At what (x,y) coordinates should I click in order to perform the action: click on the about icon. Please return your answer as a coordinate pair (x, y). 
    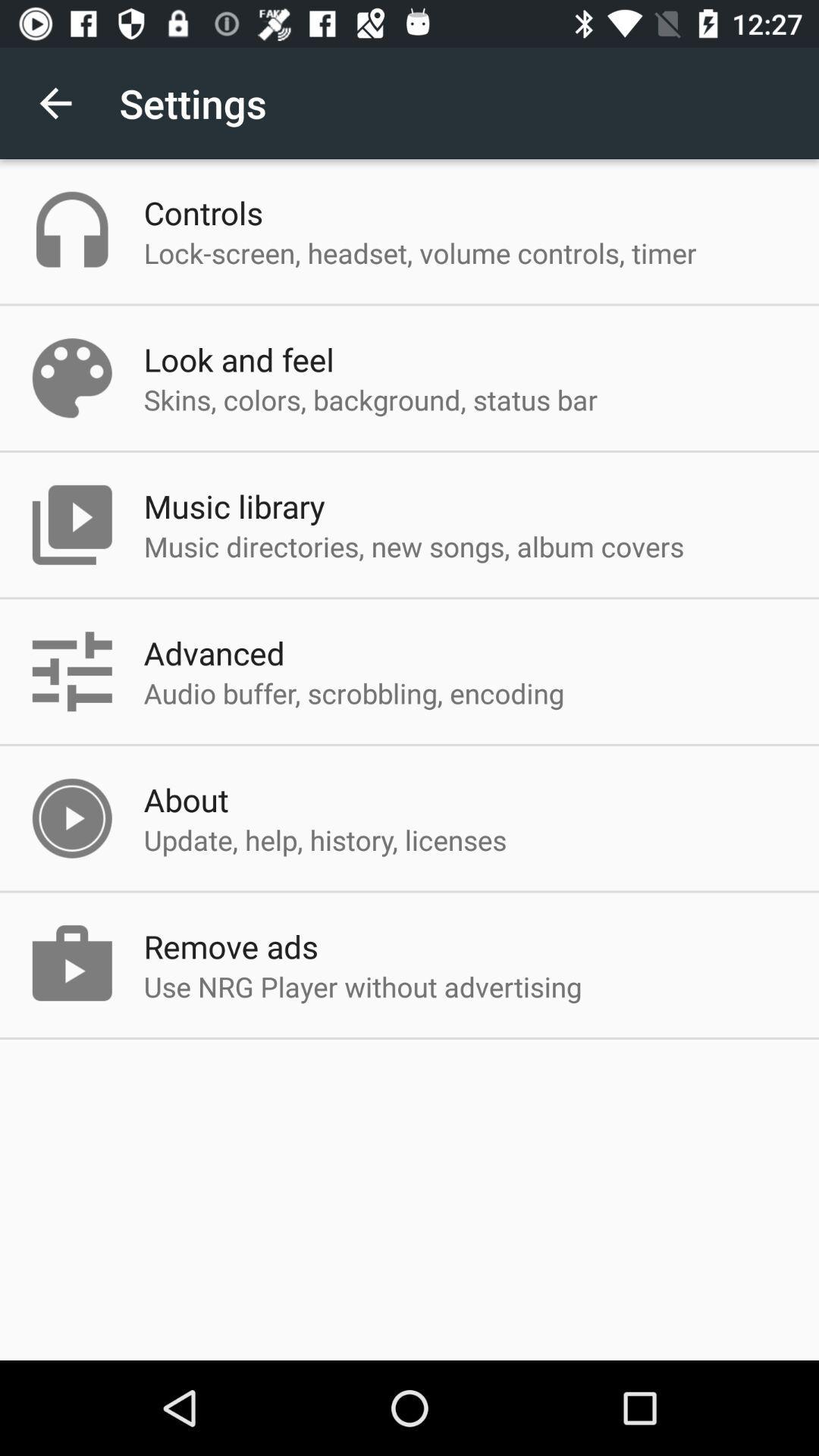
    Looking at the image, I should click on (185, 799).